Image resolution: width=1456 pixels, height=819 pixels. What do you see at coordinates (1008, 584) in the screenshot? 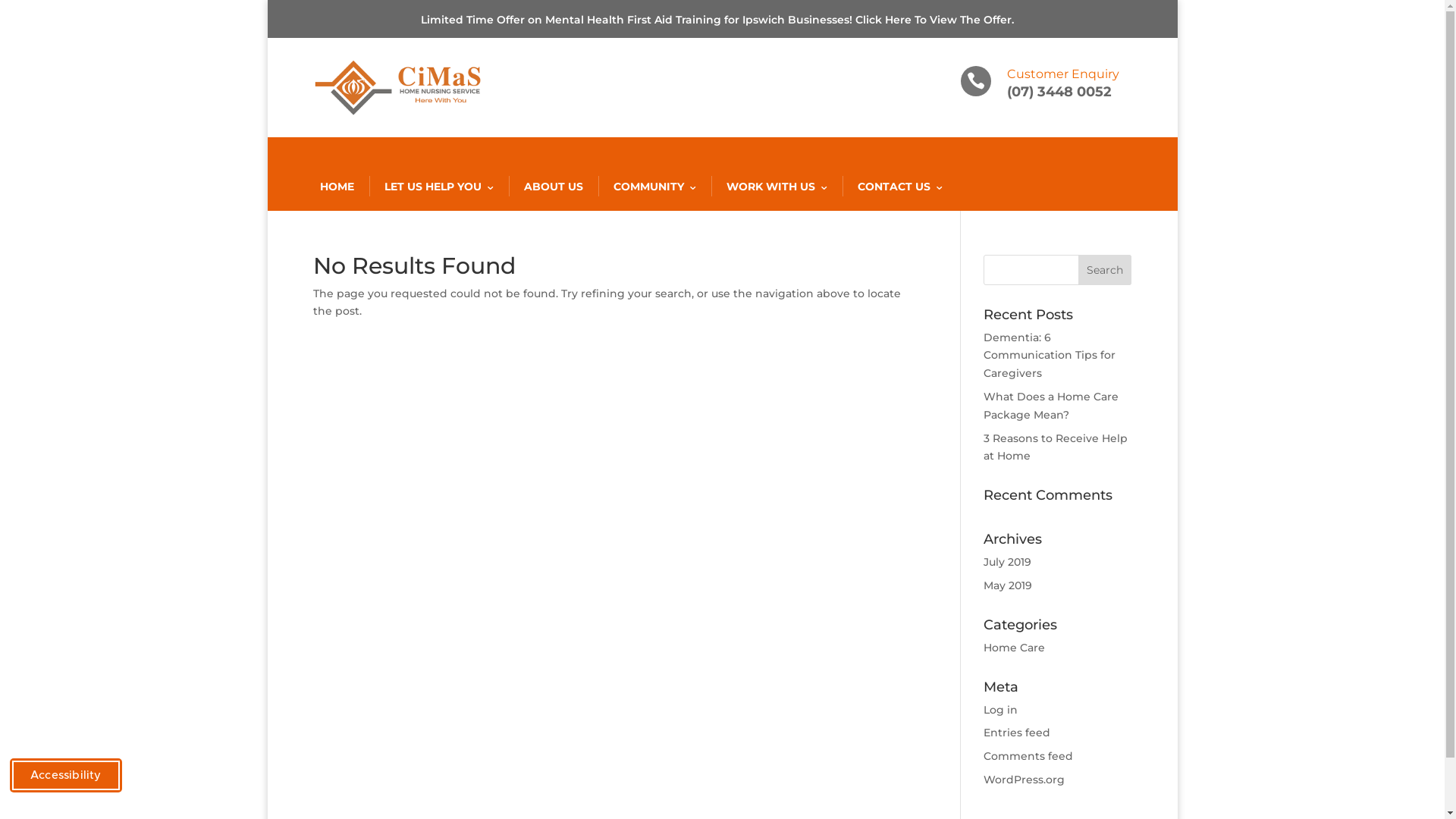
I see `'May 2019'` at bounding box center [1008, 584].